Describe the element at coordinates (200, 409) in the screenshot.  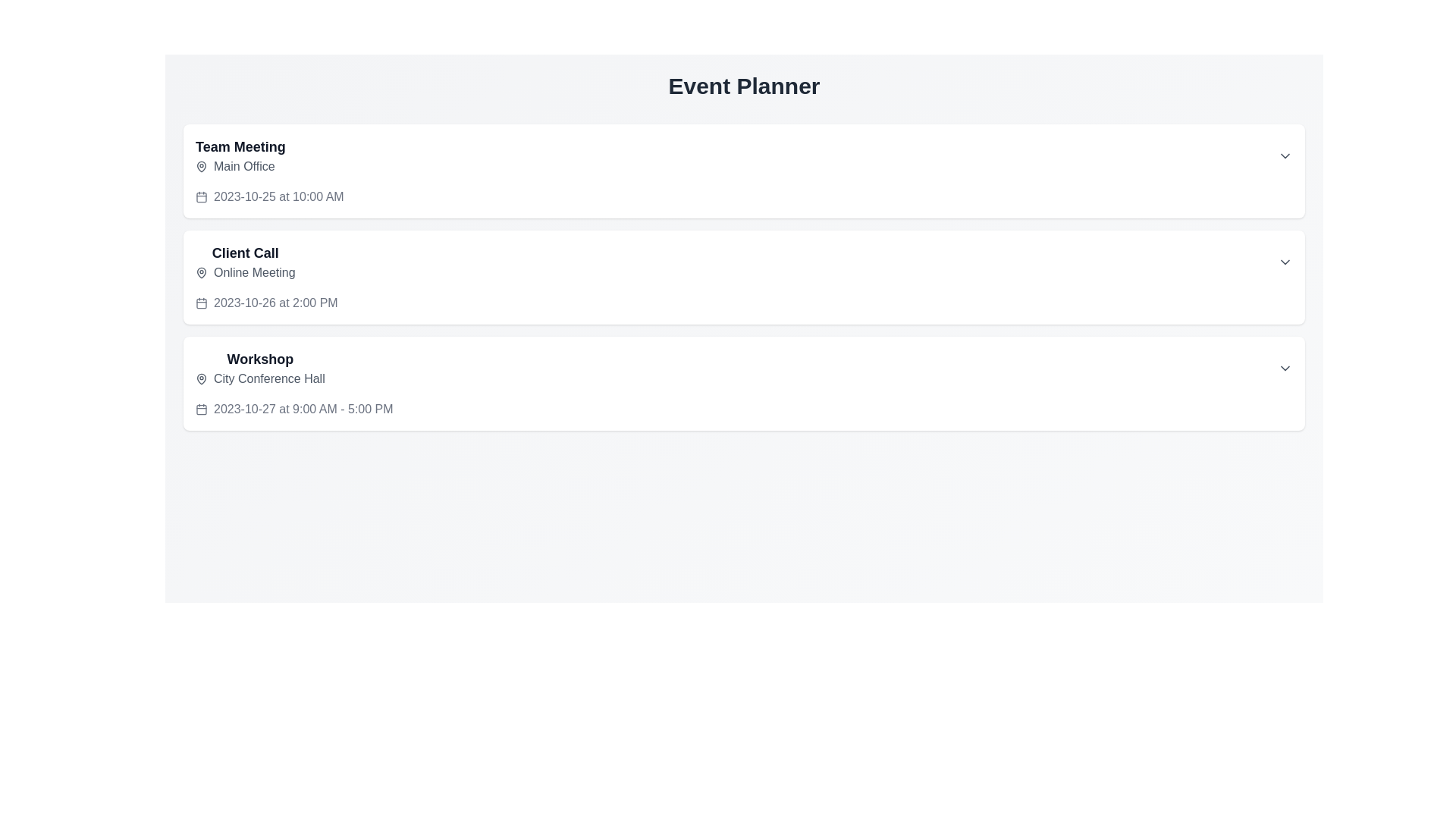
I see `the calendar icon indicating the date or schedule for the 'Workshop' event, located next to the event's timing details` at that location.